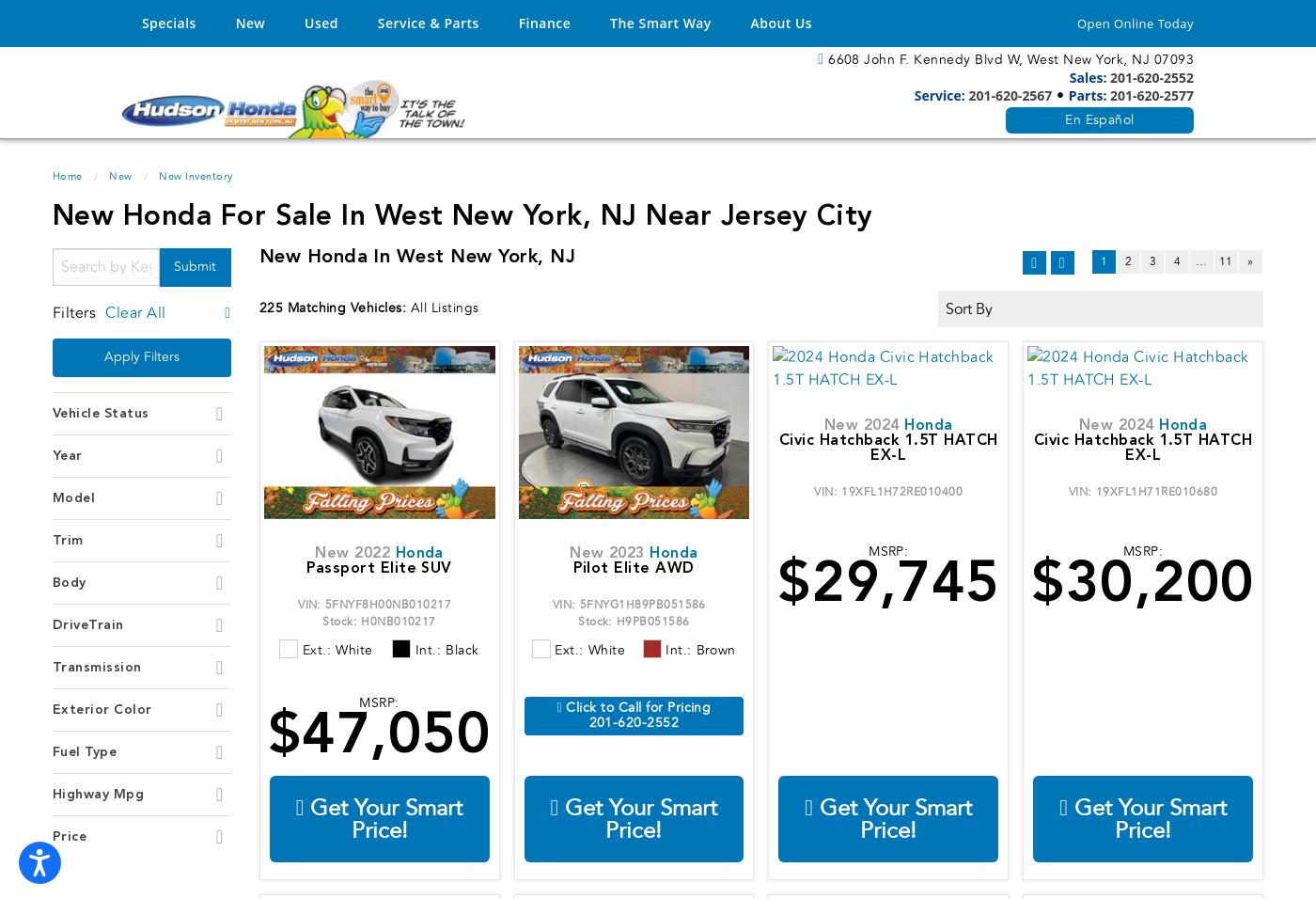 The height and width of the screenshot is (899, 1316). I want to click on 'Specials', so click(140, 22).